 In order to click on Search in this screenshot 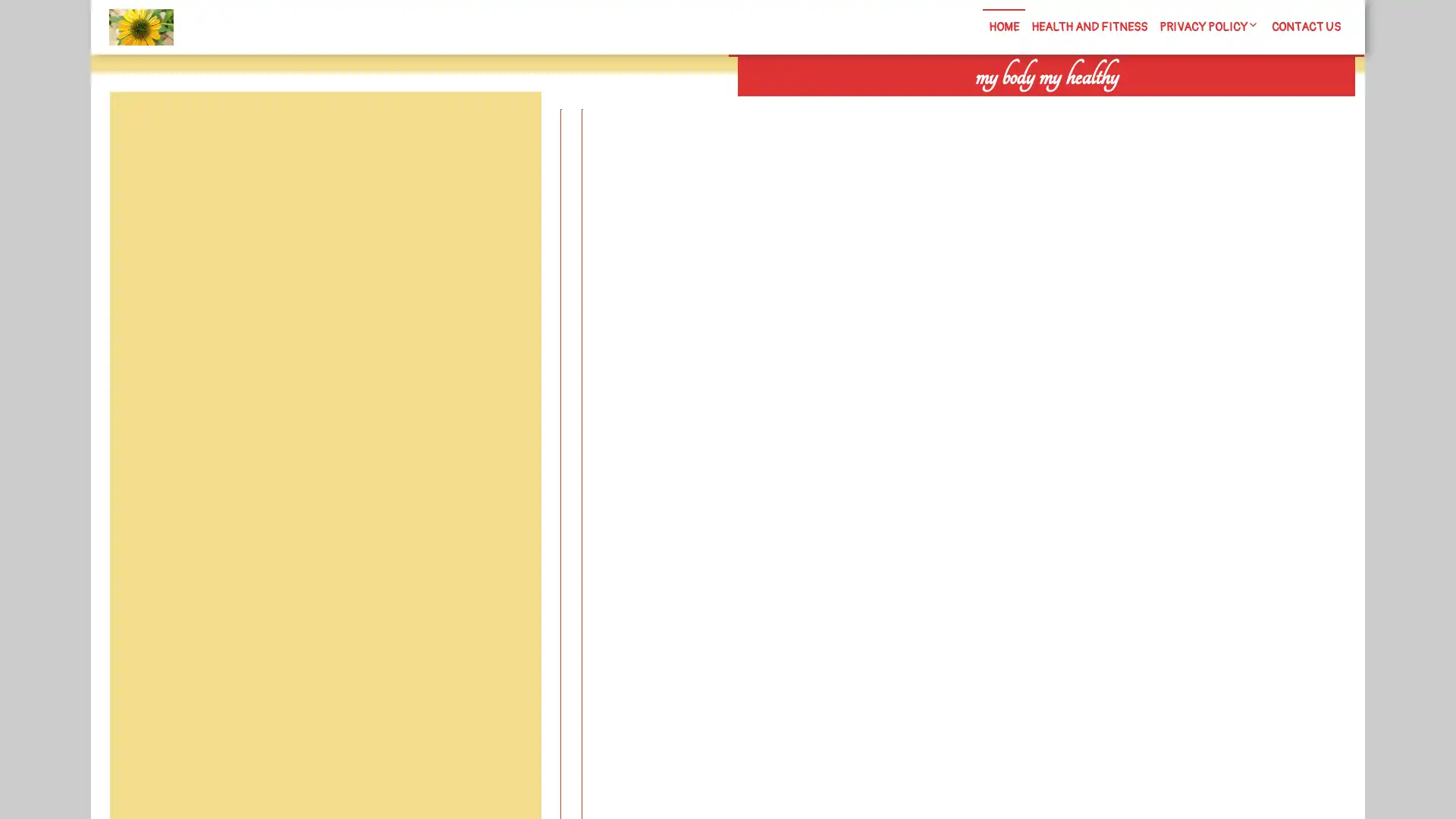, I will do `click(1181, 106)`.